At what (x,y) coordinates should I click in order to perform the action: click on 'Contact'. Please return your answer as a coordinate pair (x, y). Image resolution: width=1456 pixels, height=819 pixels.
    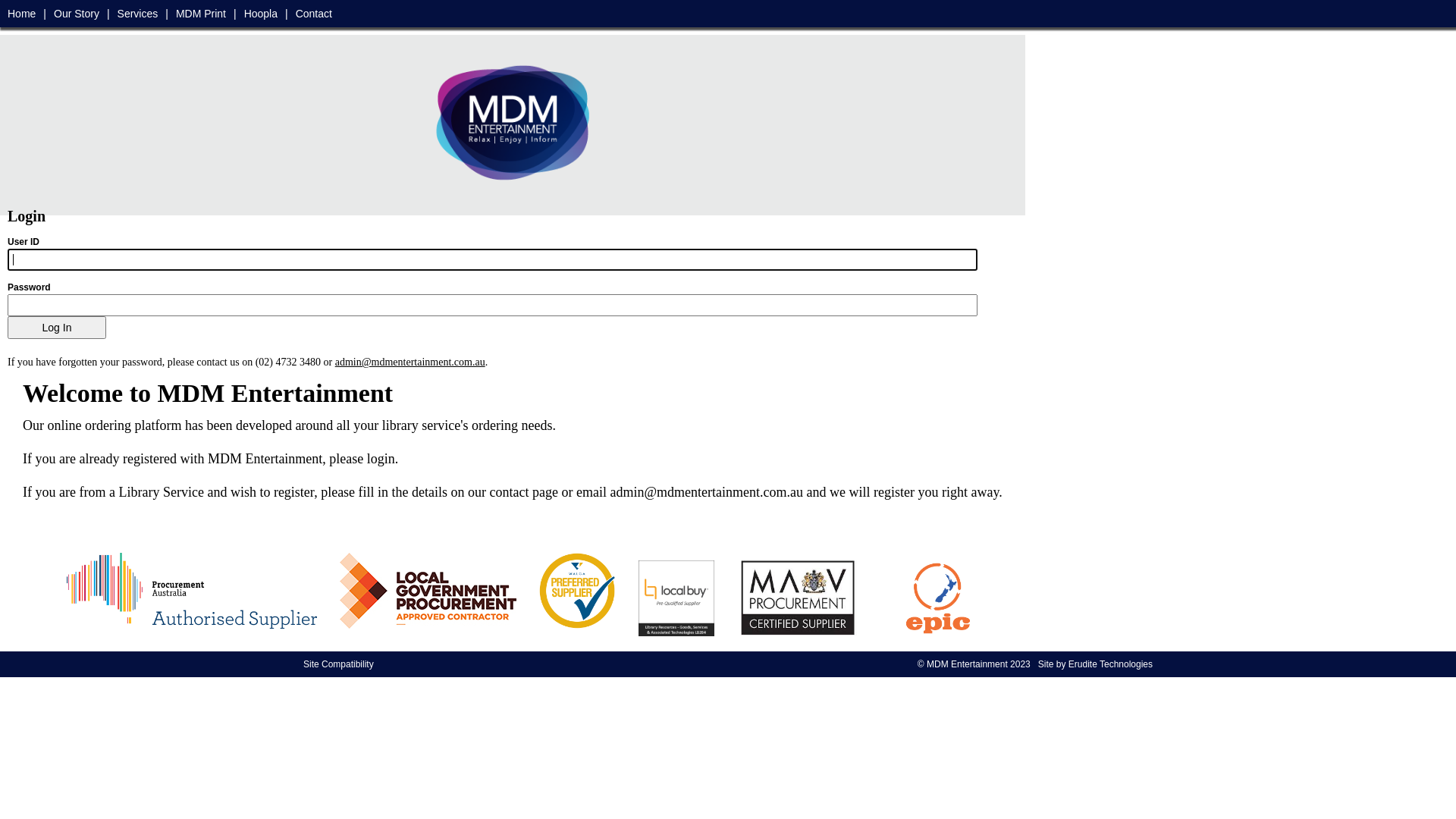
    Looking at the image, I should click on (312, 14).